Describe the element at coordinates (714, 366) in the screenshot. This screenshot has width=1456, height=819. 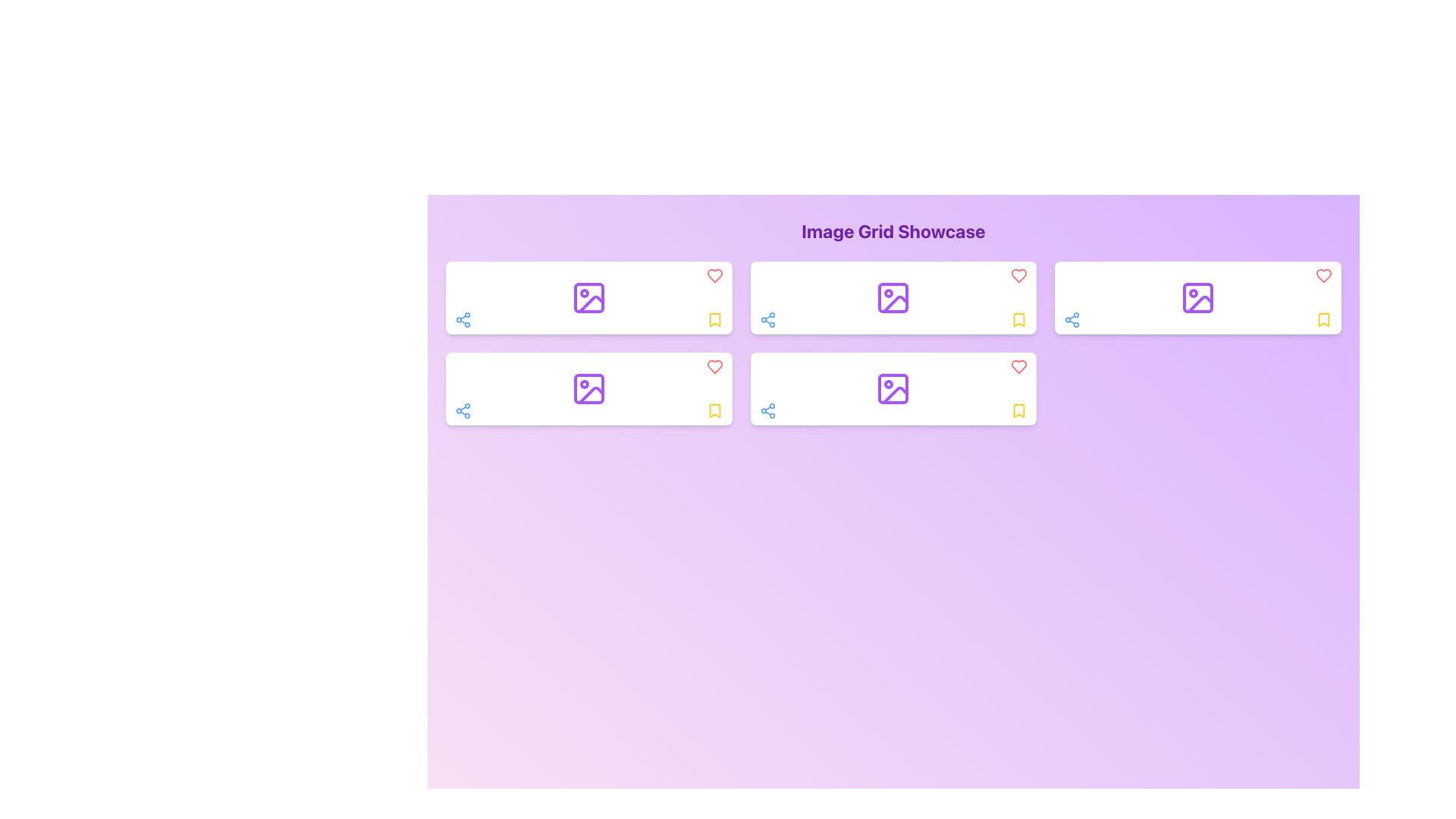
I see `the 'like' or 'favorite' button located at the top-right corner inside the second card of the second row` at that location.